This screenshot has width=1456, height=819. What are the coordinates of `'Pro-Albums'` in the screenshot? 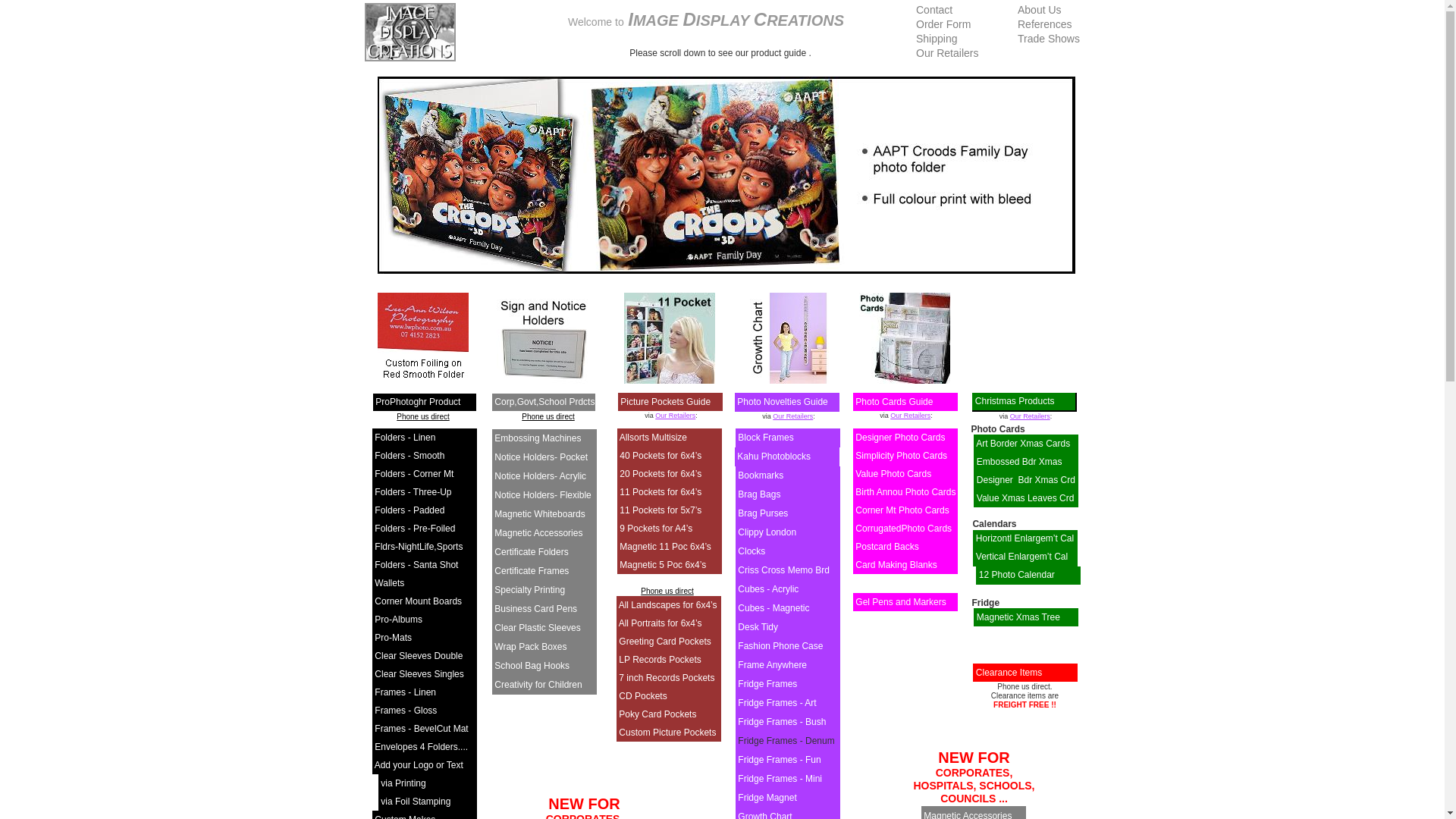 It's located at (398, 620).